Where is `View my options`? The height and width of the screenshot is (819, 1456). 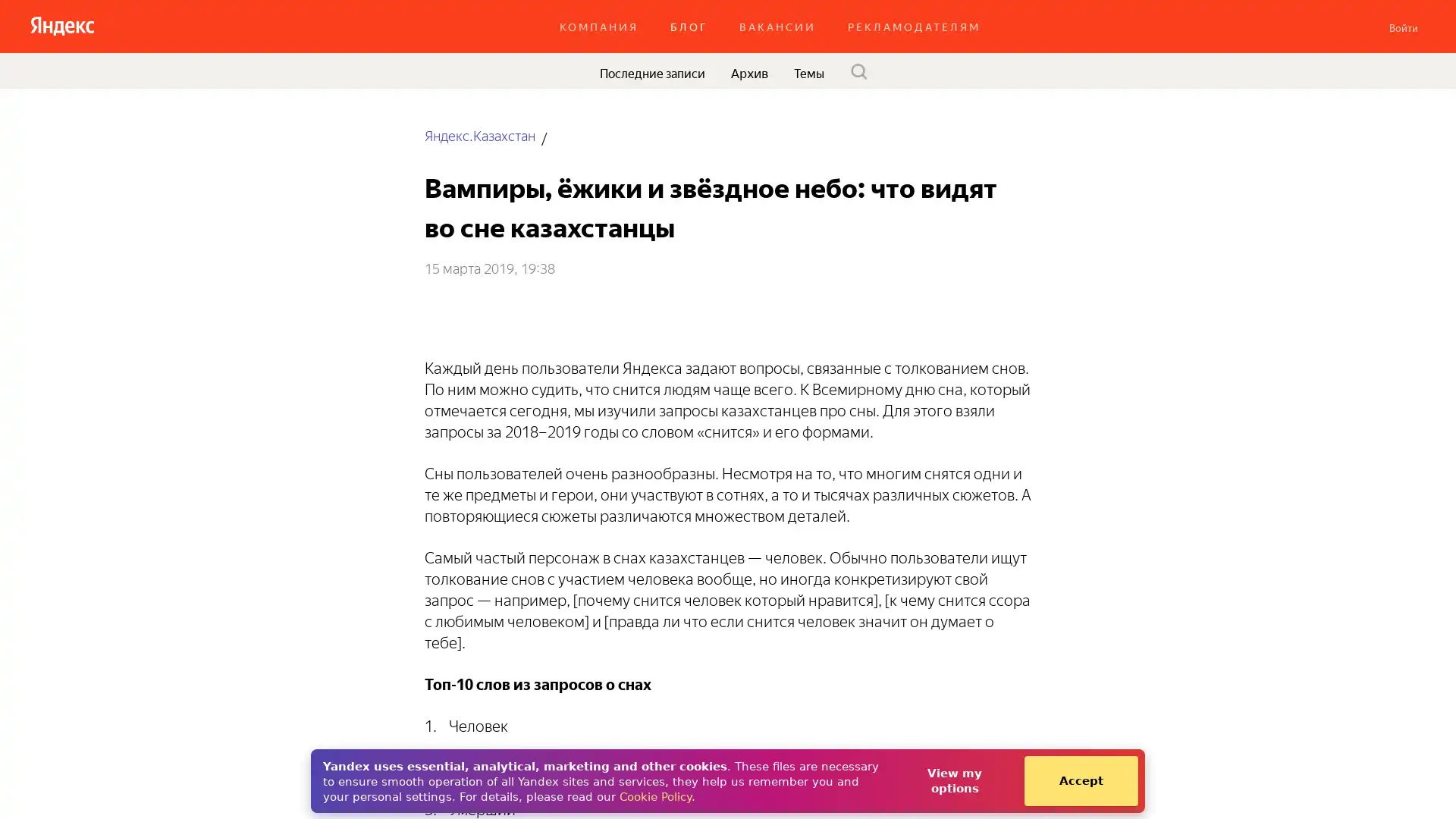 View my options is located at coordinates (953, 780).